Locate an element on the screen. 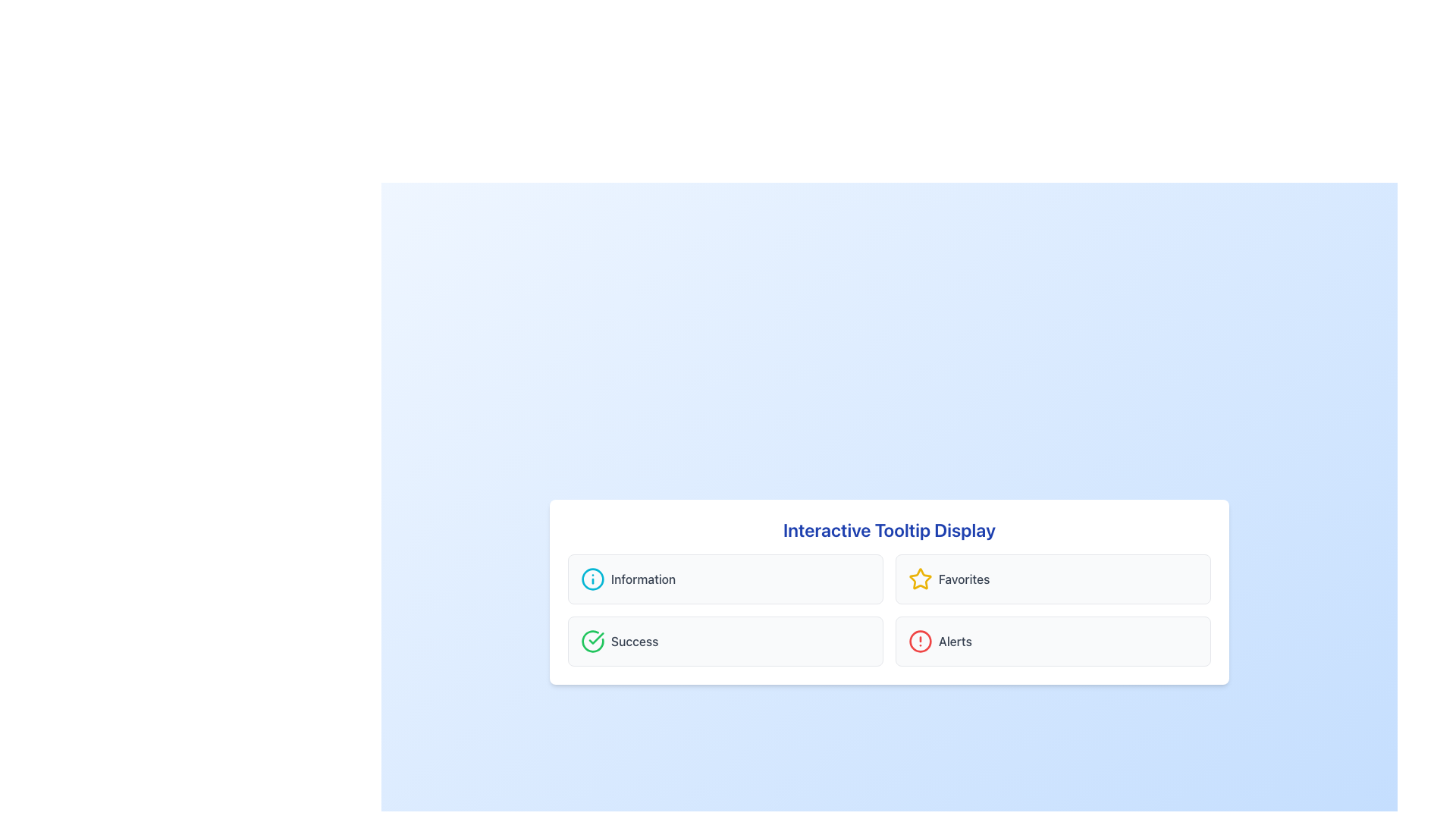  the green checkmark icon located within the bottom-left position of a circular illustration in a four-tile layout, just above the 'Success' label is located at coordinates (595, 638).